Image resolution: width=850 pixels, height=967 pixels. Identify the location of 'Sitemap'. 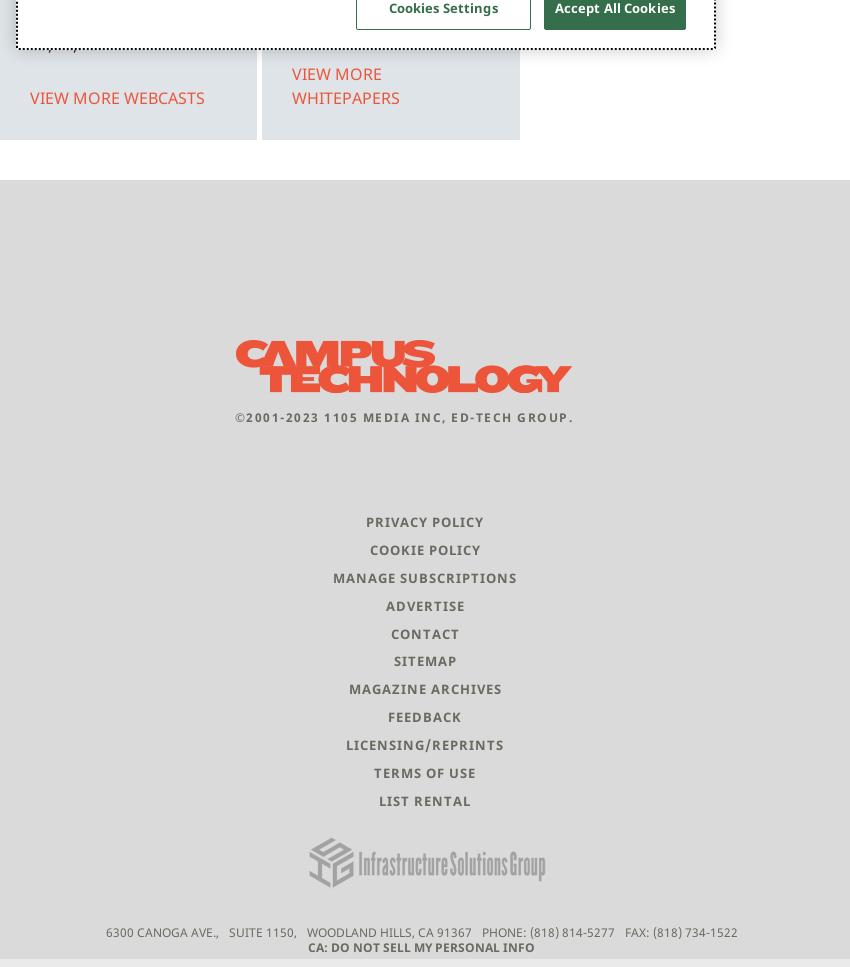
(393, 660).